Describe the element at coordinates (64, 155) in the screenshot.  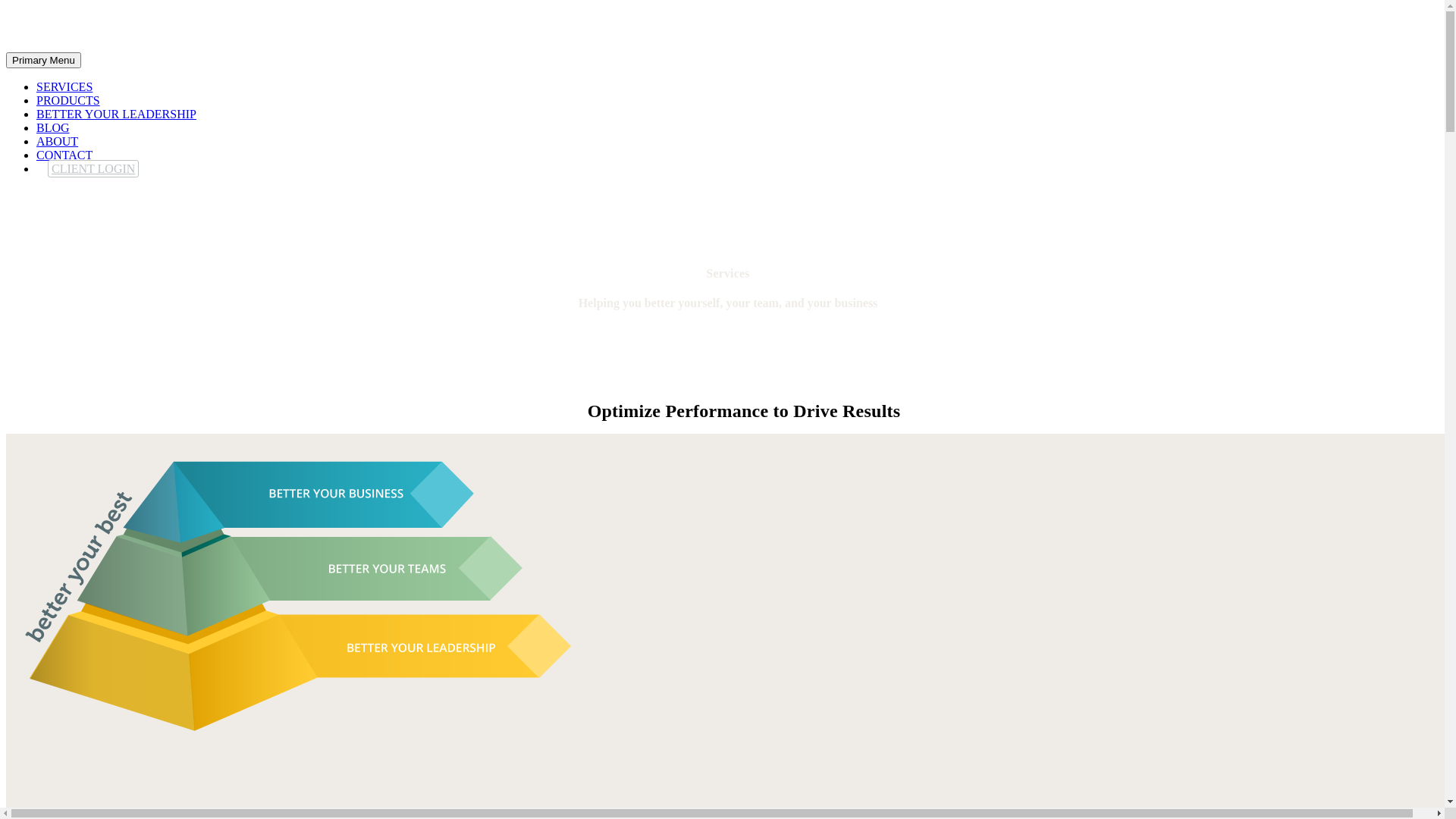
I see `'CONTACT'` at that location.